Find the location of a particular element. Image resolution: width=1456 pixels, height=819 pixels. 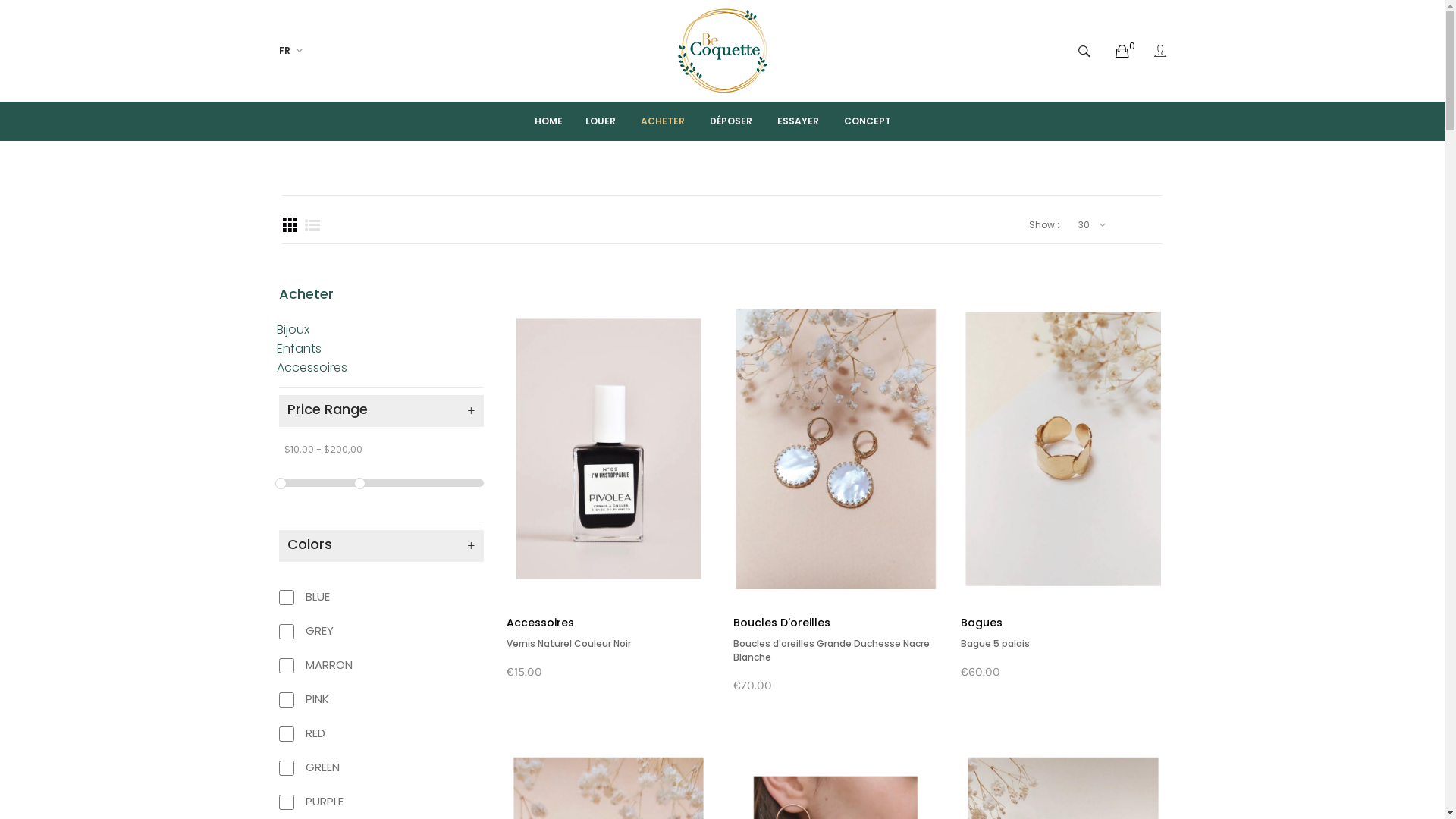

'ESSAYER' is located at coordinates (758, 120).